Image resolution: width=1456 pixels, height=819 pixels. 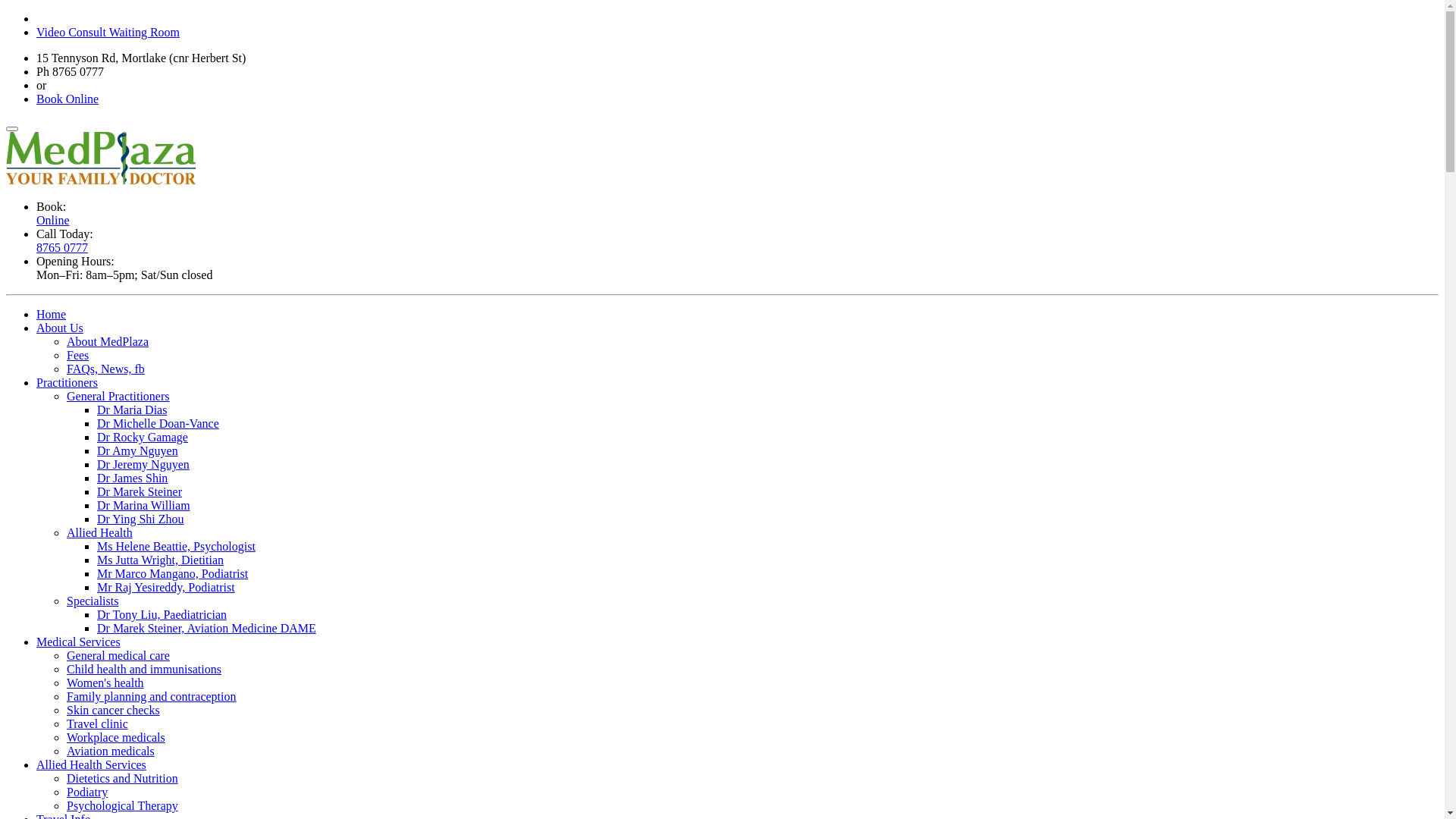 What do you see at coordinates (162, 614) in the screenshot?
I see `'Dr Tony Liu, Paediatrician'` at bounding box center [162, 614].